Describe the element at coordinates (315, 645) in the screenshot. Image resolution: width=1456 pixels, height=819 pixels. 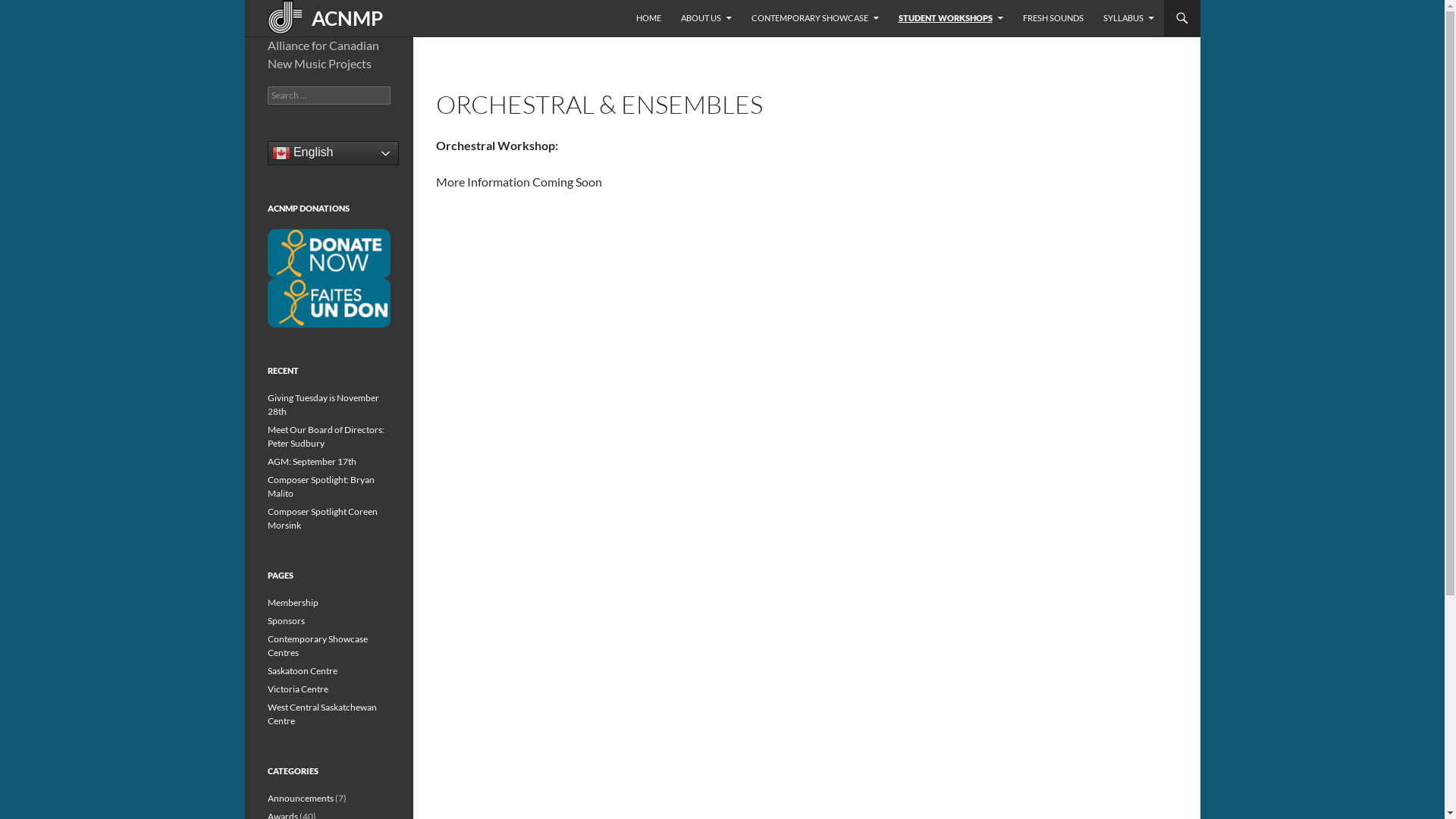
I see `'Contemporary Showcase Centres'` at that location.